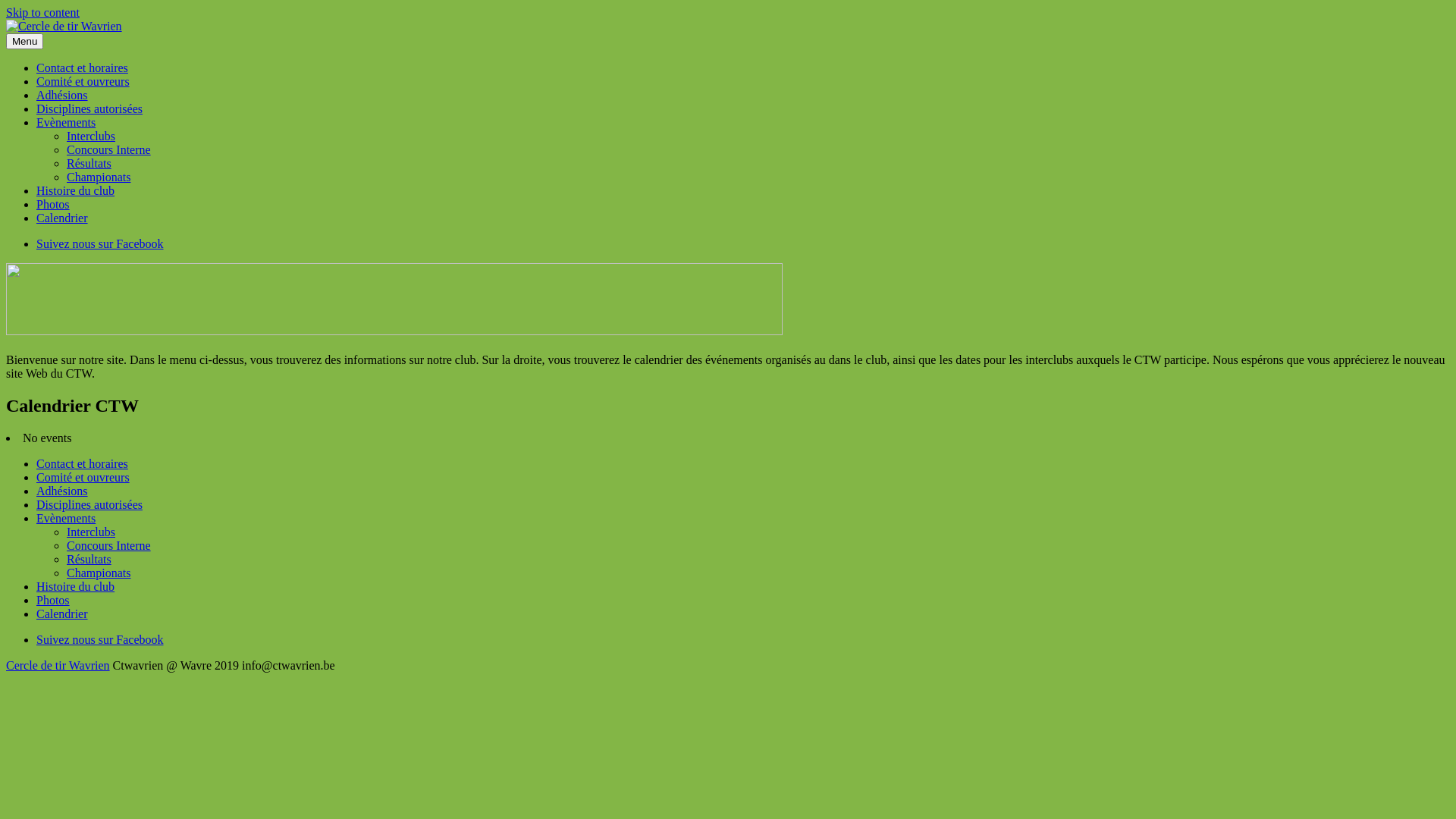 The height and width of the screenshot is (819, 1456). Describe the element at coordinates (74, 190) in the screenshot. I see `'Histoire du club'` at that location.